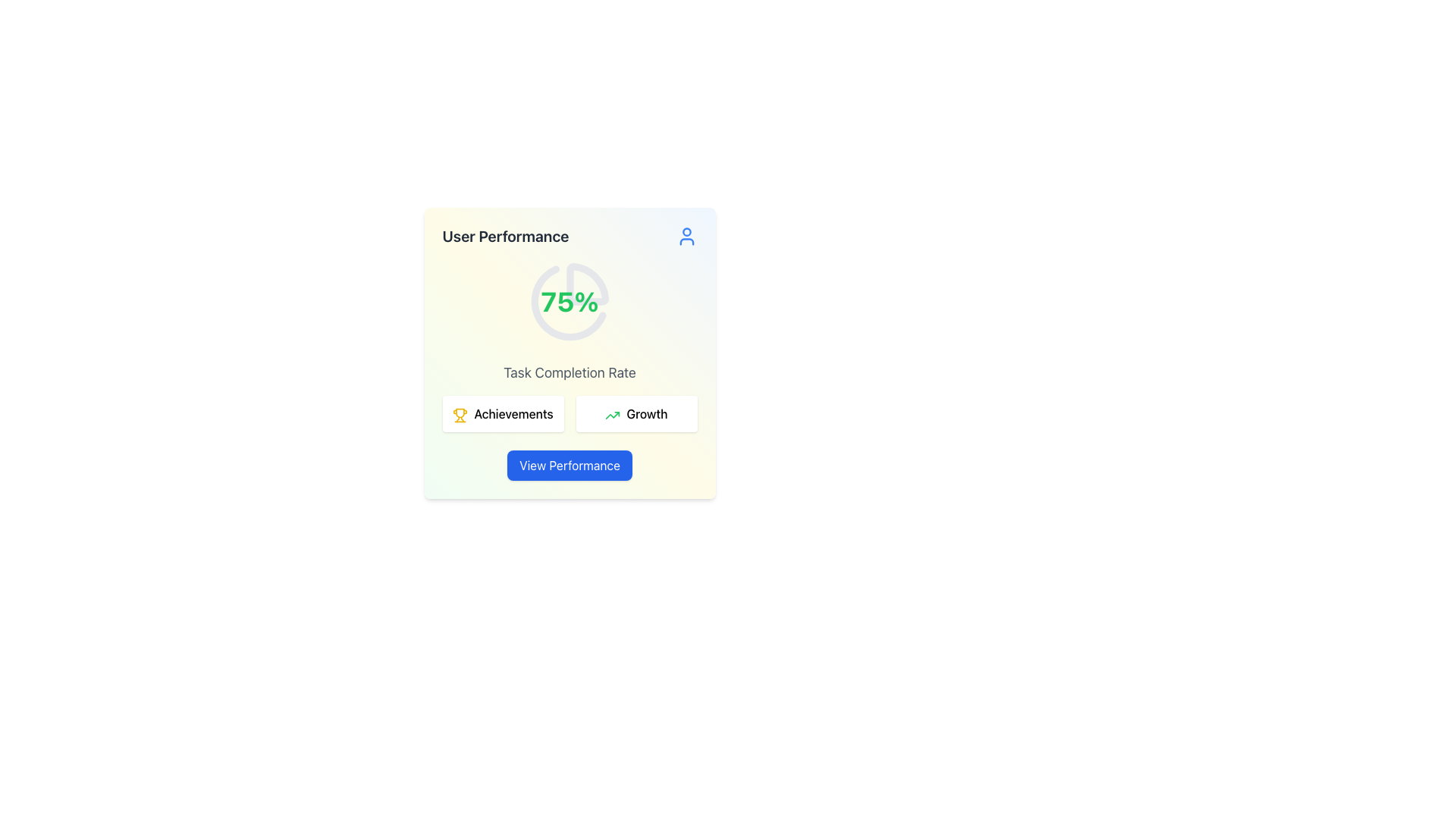 This screenshot has height=819, width=1456. Describe the element at coordinates (569, 464) in the screenshot. I see `the button located at the bottom of the performance metrics card` at that location.